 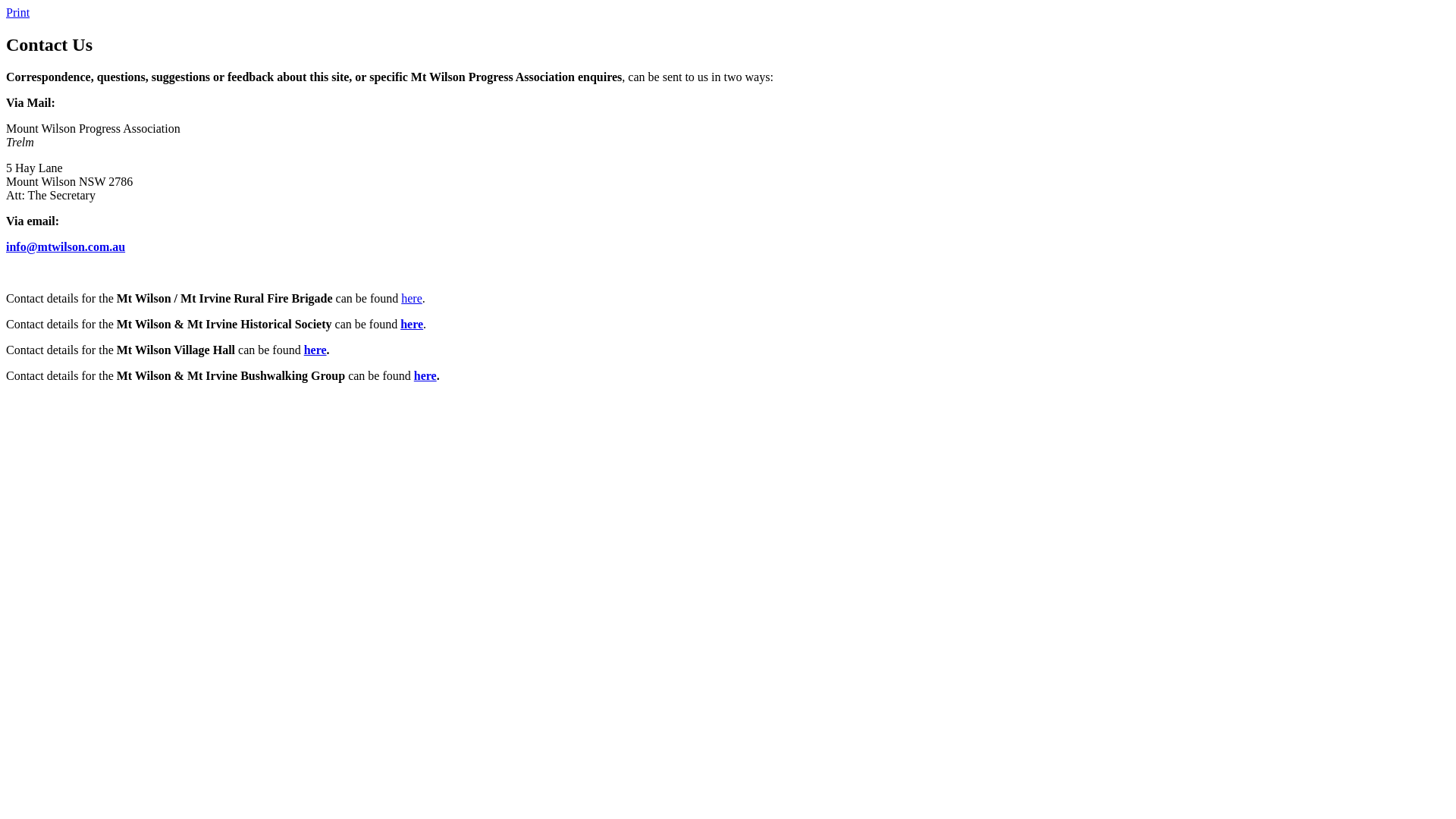 I want to click on 'here', so click(x=411, y=323).